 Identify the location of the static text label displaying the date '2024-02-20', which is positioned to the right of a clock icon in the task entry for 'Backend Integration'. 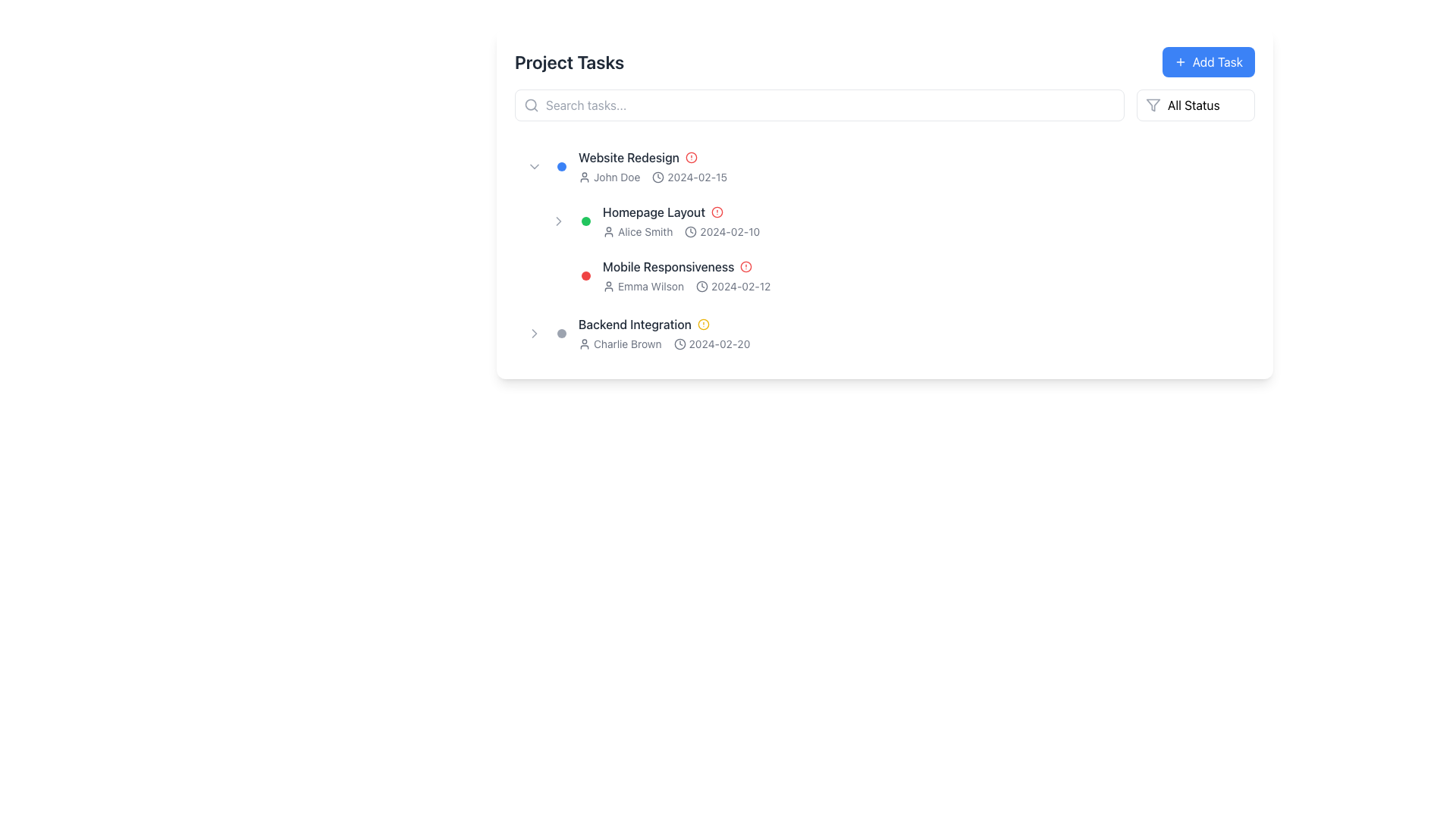
(719, 344).